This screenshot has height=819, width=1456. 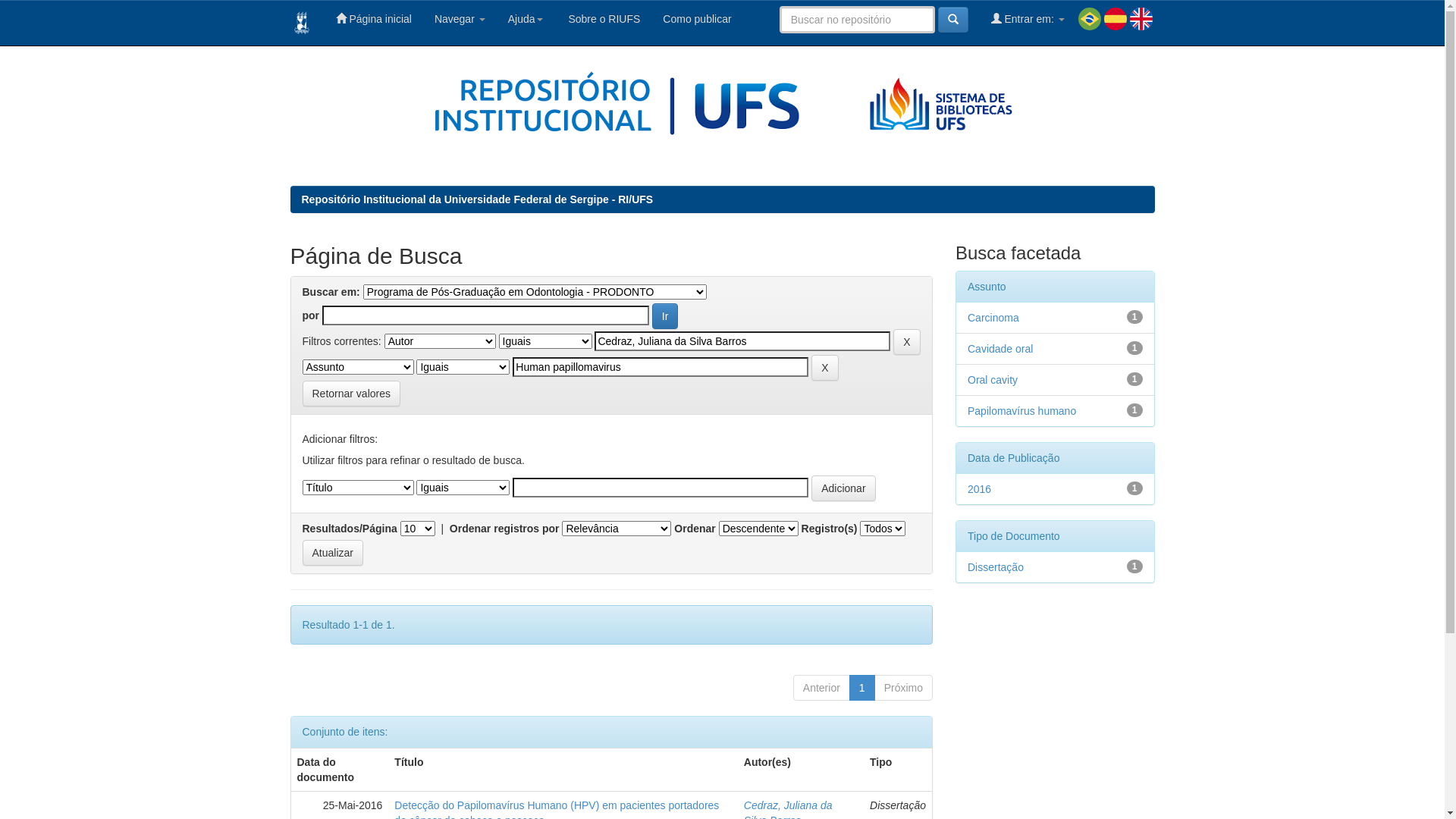 What do you see at coordinates (331, 553) in the screenshot?
I see `'Atualizar'` at bounding box center [331, 553].